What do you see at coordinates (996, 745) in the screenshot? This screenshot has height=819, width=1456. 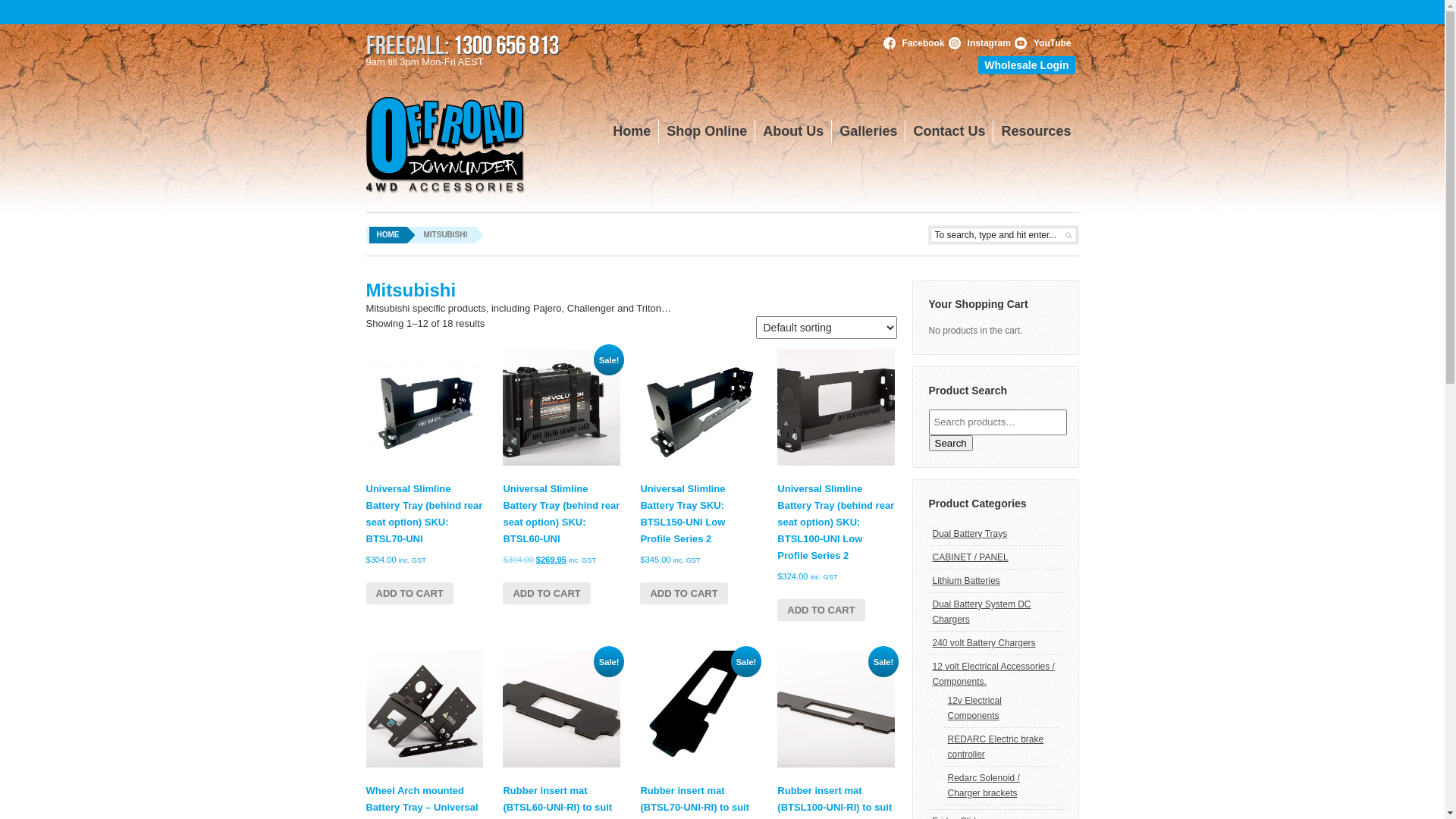 I see `'REDARC Electric brake controller'` at bounding box center [996, 745].